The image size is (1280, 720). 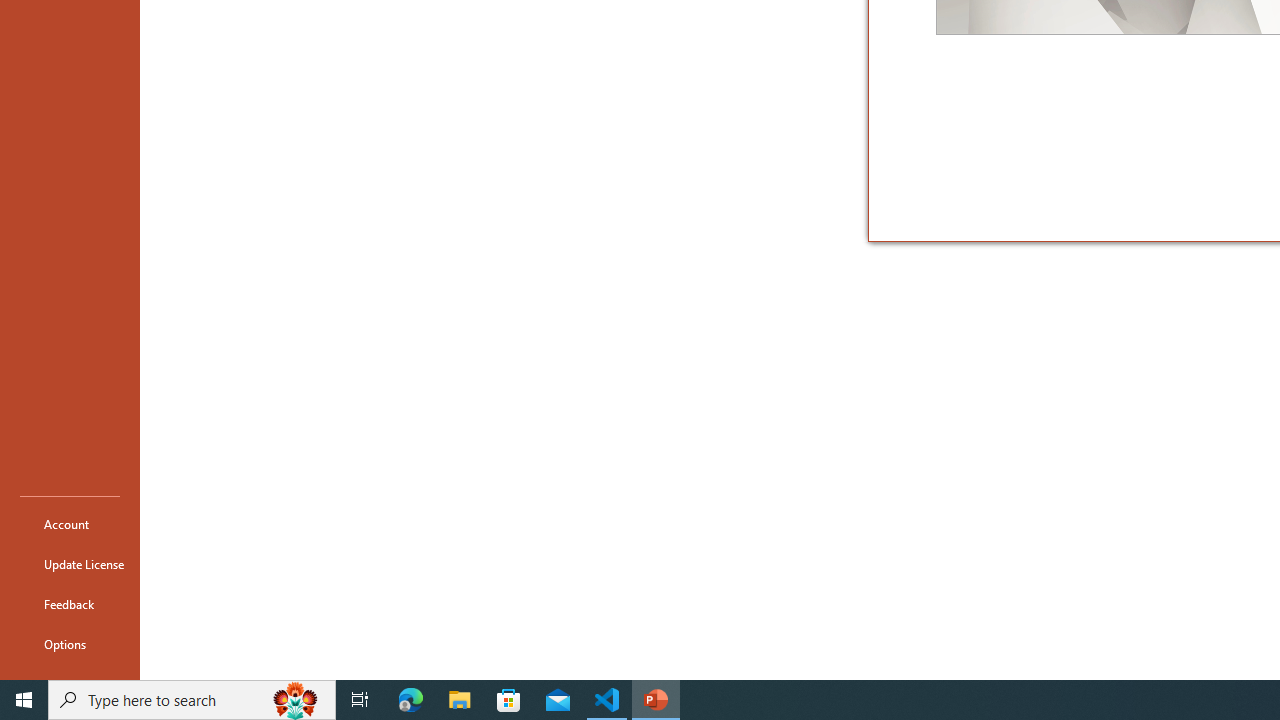 I want to click on 'Feedback', so click(x=69, y=603).